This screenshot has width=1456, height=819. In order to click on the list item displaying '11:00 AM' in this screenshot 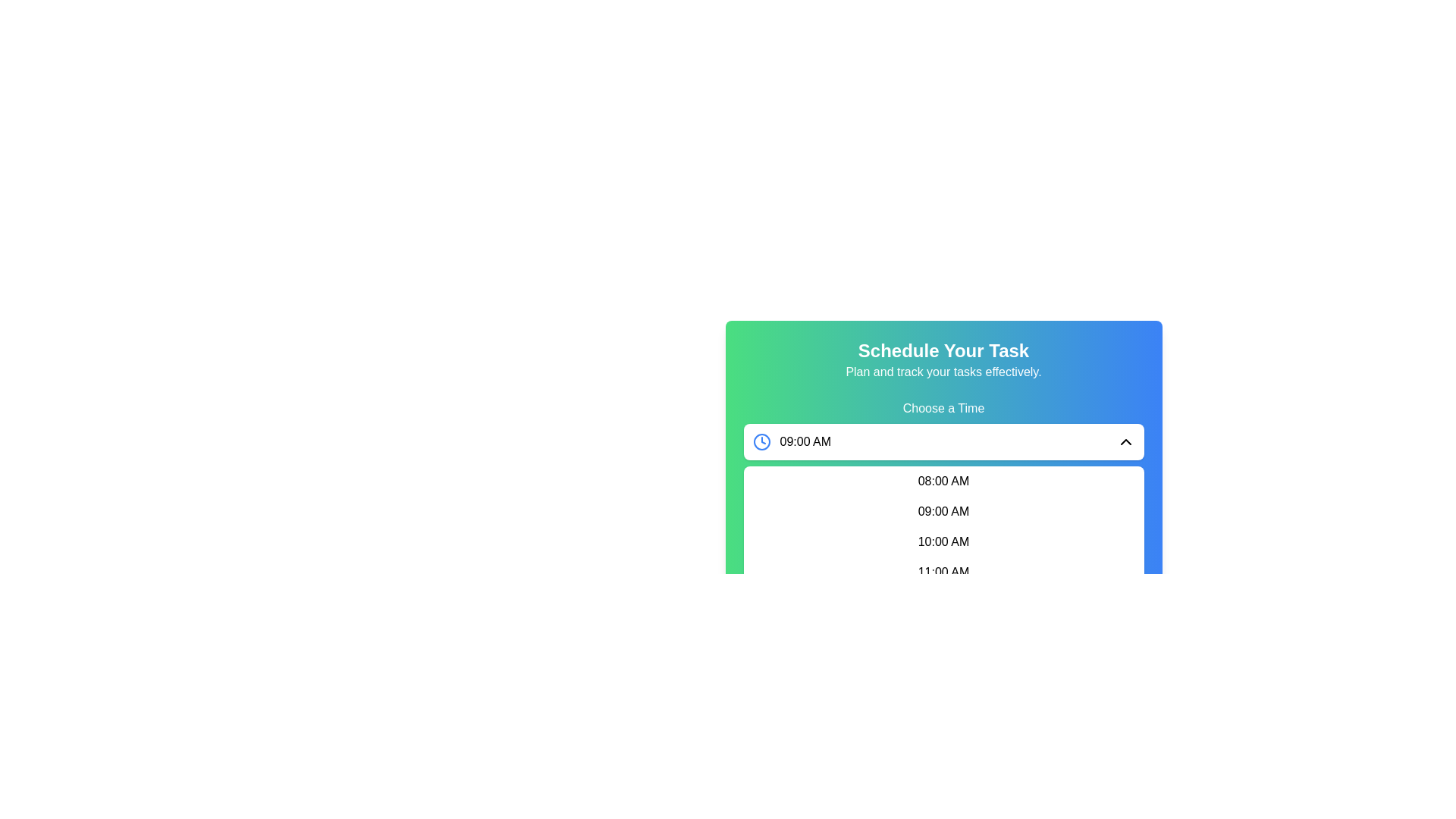, I will do `click(943, 573)`.